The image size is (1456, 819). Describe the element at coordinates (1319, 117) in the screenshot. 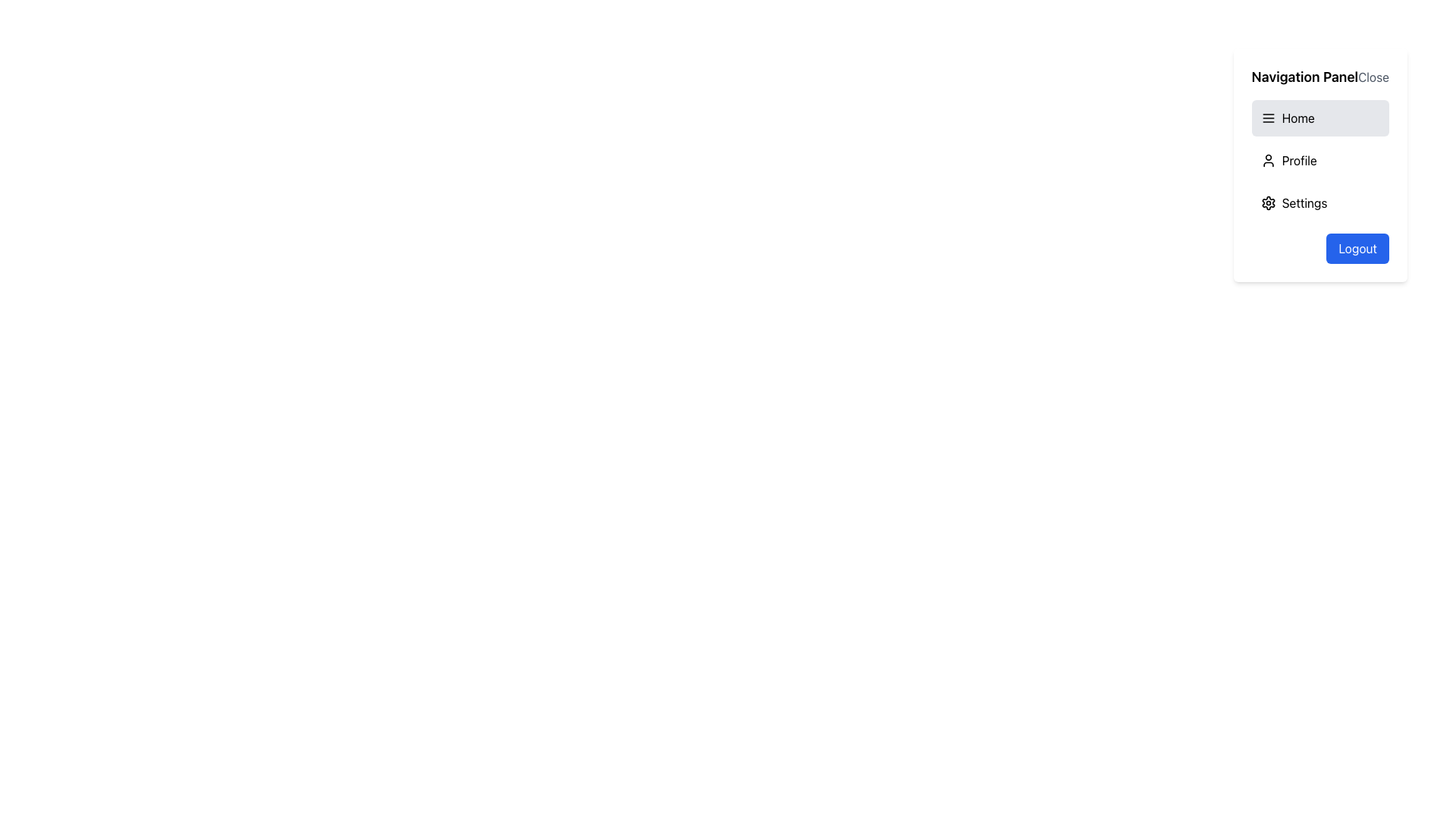

I see `the first button in the vertical navigation menu` at that location.